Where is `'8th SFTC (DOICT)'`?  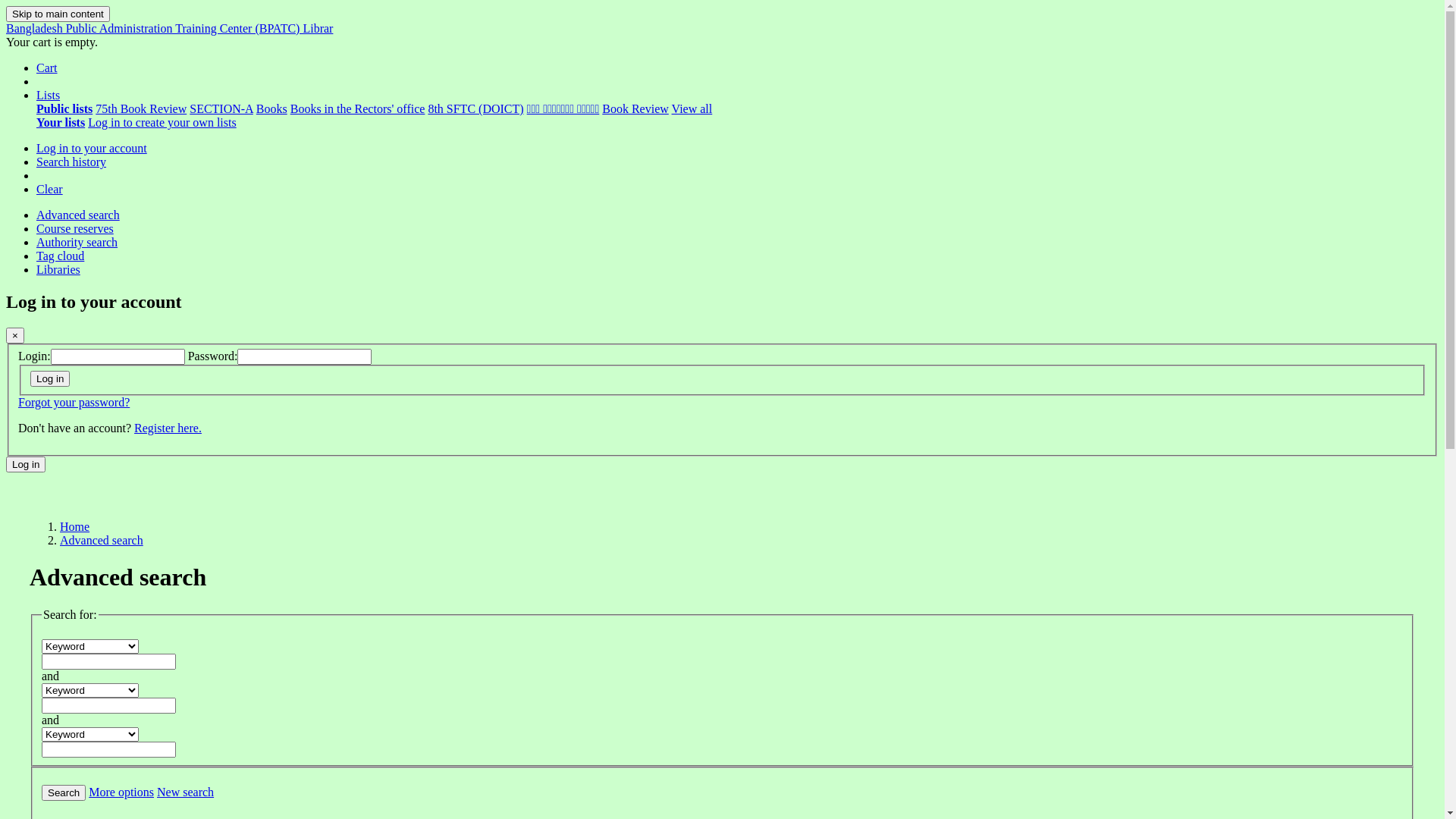 '8th SFTC (DOICT)' is located at coordinates (427, 108).